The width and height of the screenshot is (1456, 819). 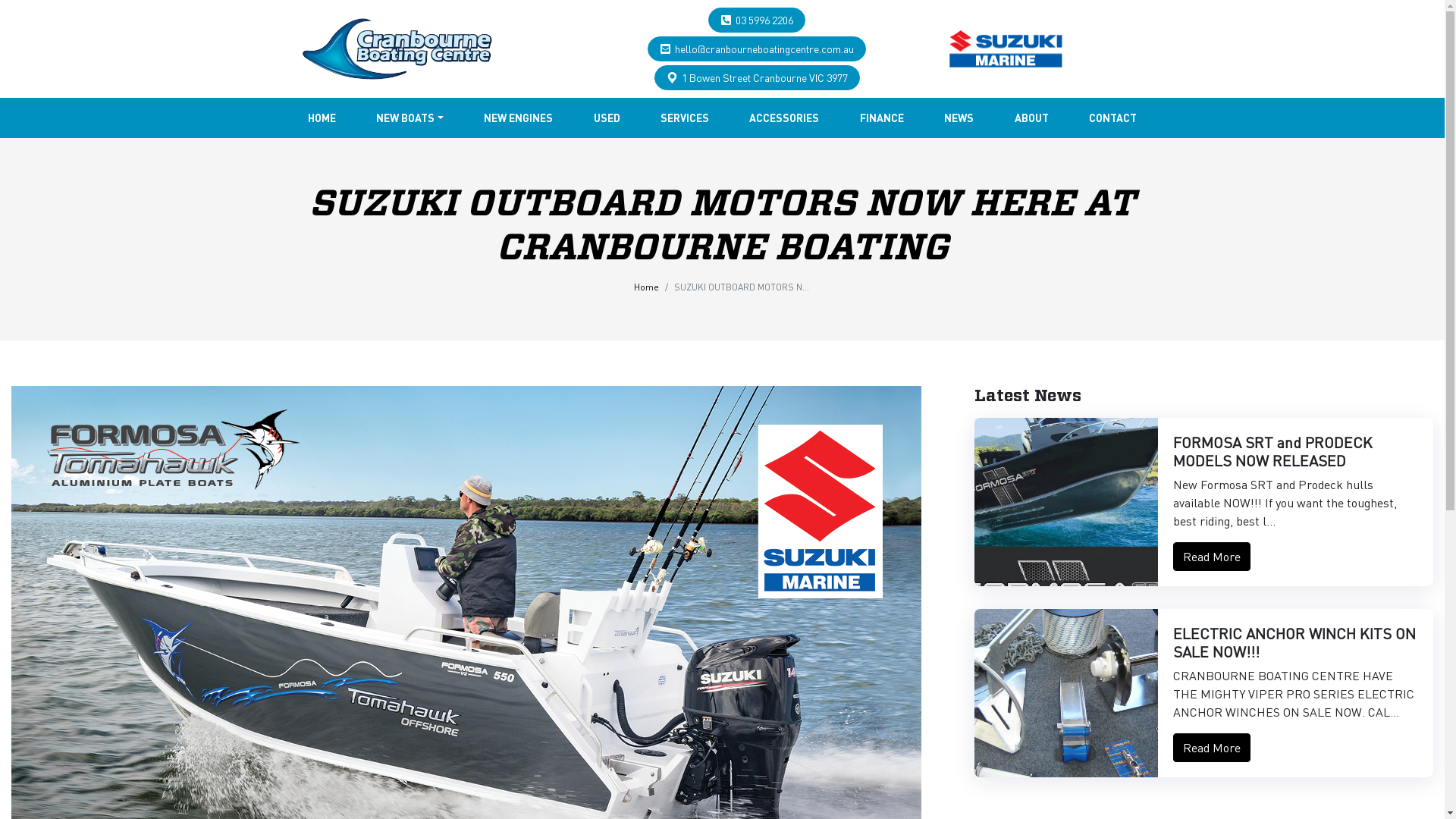 What do you see at coordinates (1294, 642) in the screenshot?
I see `'ELECTRIC ANCHOR WINCH KITS ON SALE NOW!!!'` at bounding box center [1294, 642].